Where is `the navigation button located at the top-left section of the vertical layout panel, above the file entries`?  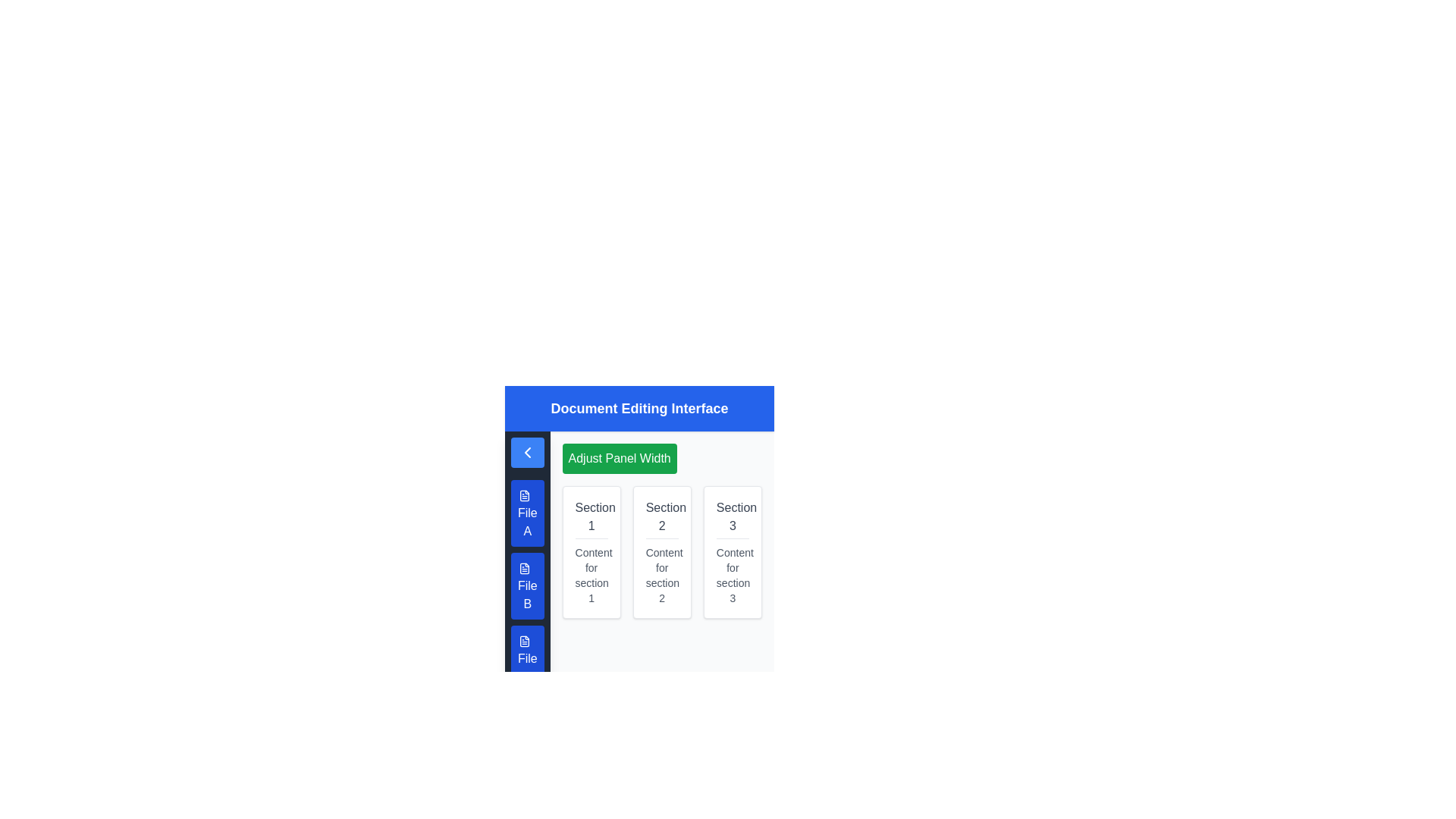 the navigation button located at the top-left section of the vertical layout panel, above the file entries is located at coordinates (527, 452).